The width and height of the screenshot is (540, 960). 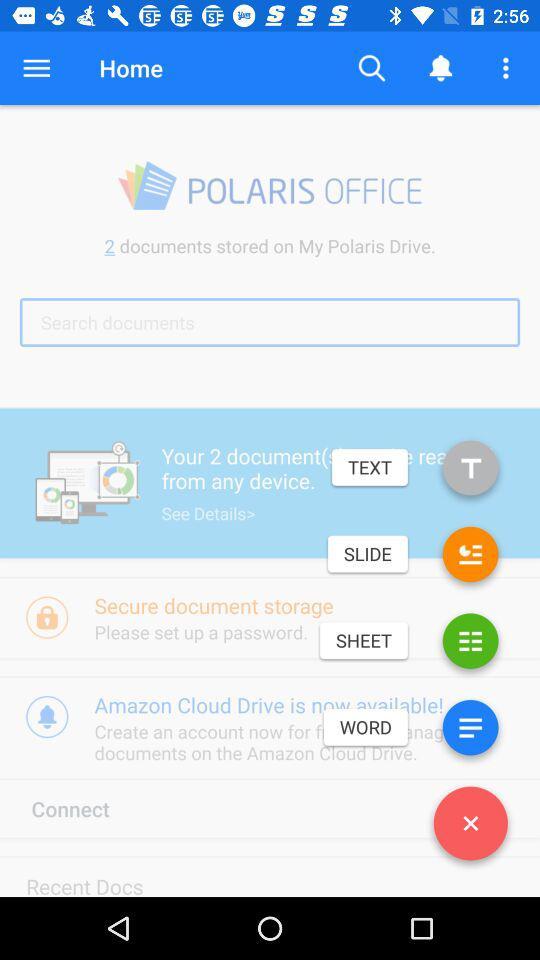 I want to click on to select the document sheet, so click(x=470, y=644).